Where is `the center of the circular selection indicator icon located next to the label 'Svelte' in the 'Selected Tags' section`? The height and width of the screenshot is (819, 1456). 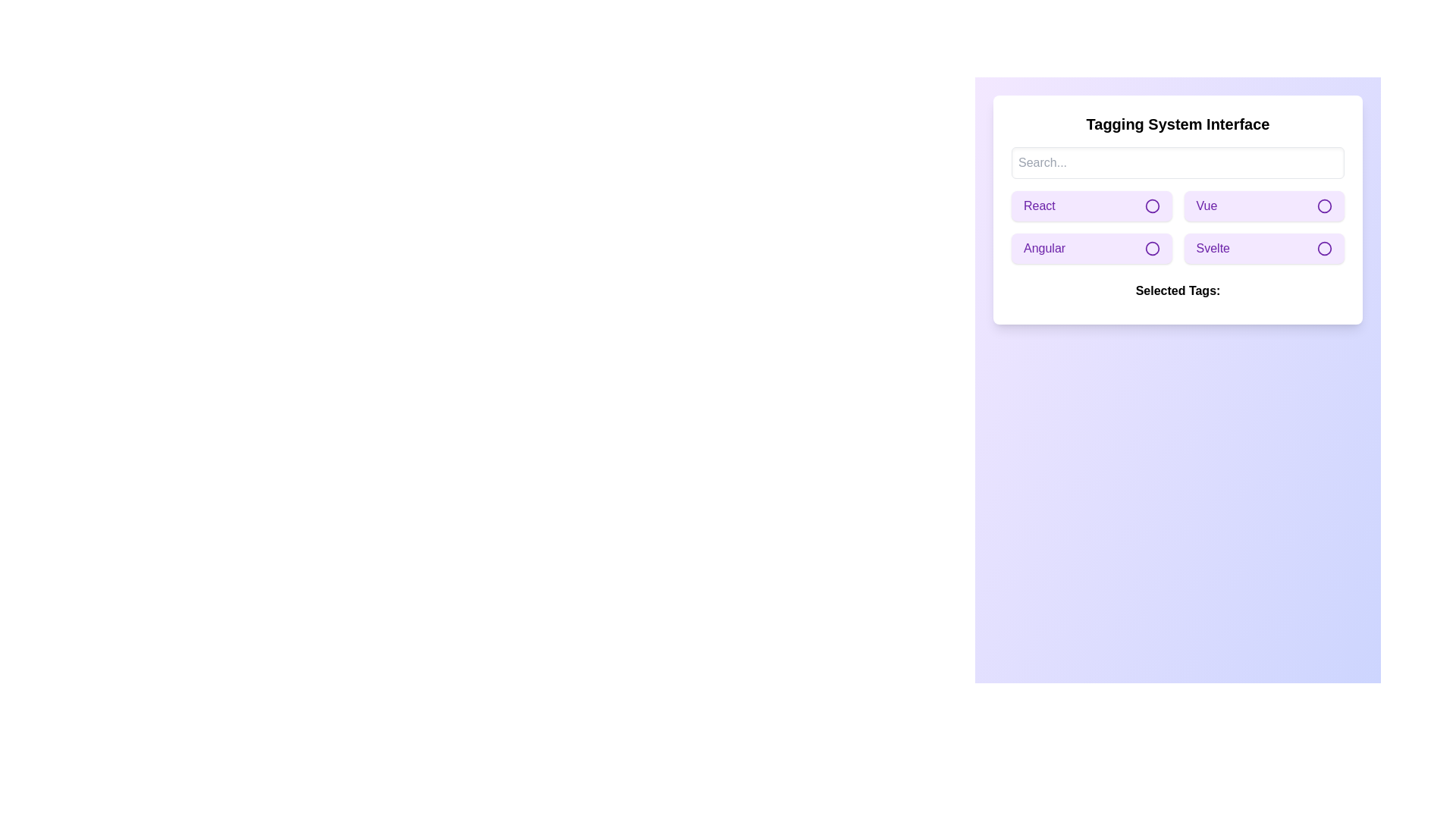
the center of the circular selection indicator icon located next to the label 'Svelte' in the 'Selected Tags' section is located at coordinates (1324, 247).